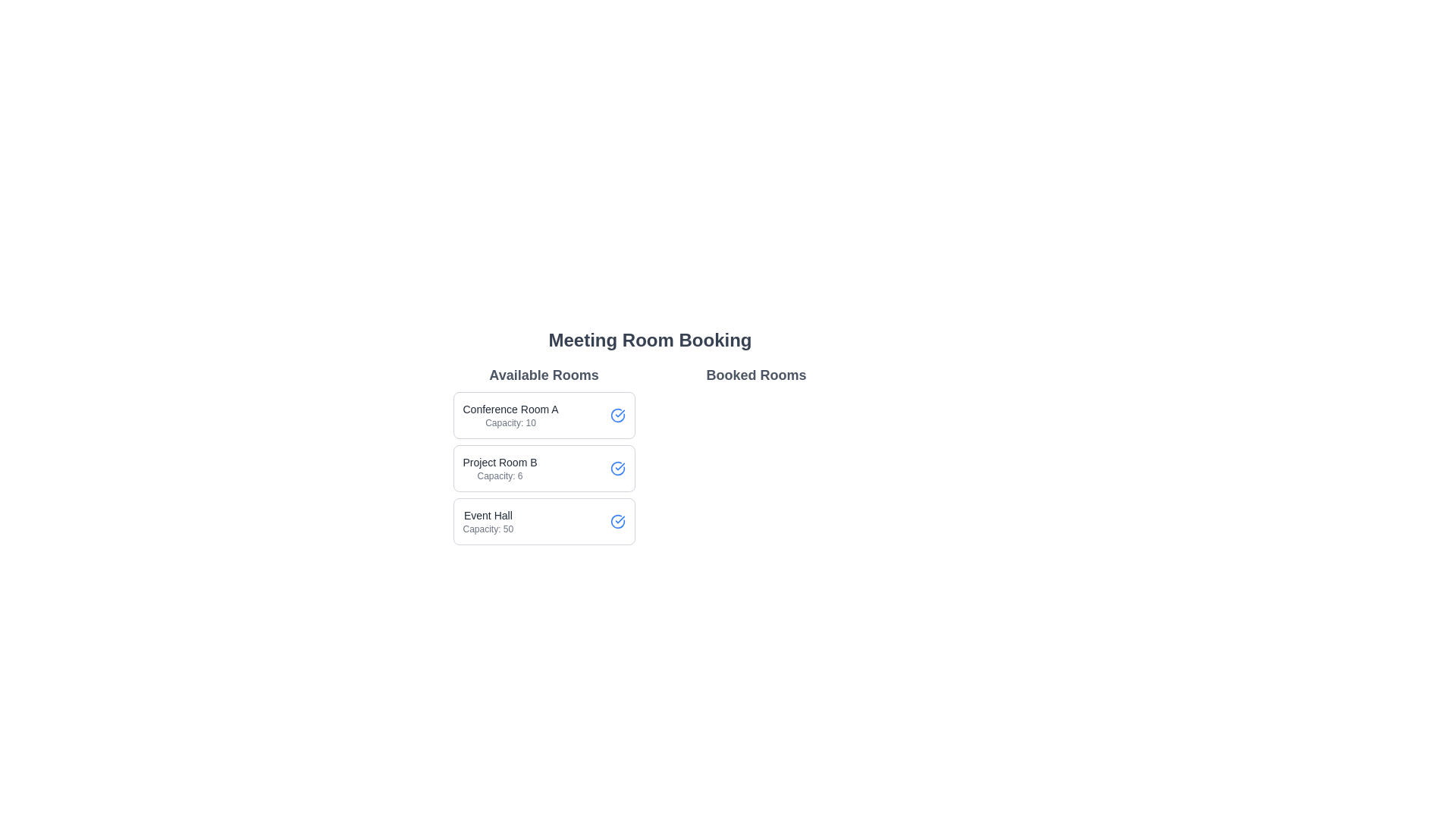  What do you see at coordinates (650, 454) in the screenshot?
I see `the interactive icons in the 'Available Rooms' section, which is centrally located under the title 'Meeting Room Booking'` at bounding box center [650, 454].